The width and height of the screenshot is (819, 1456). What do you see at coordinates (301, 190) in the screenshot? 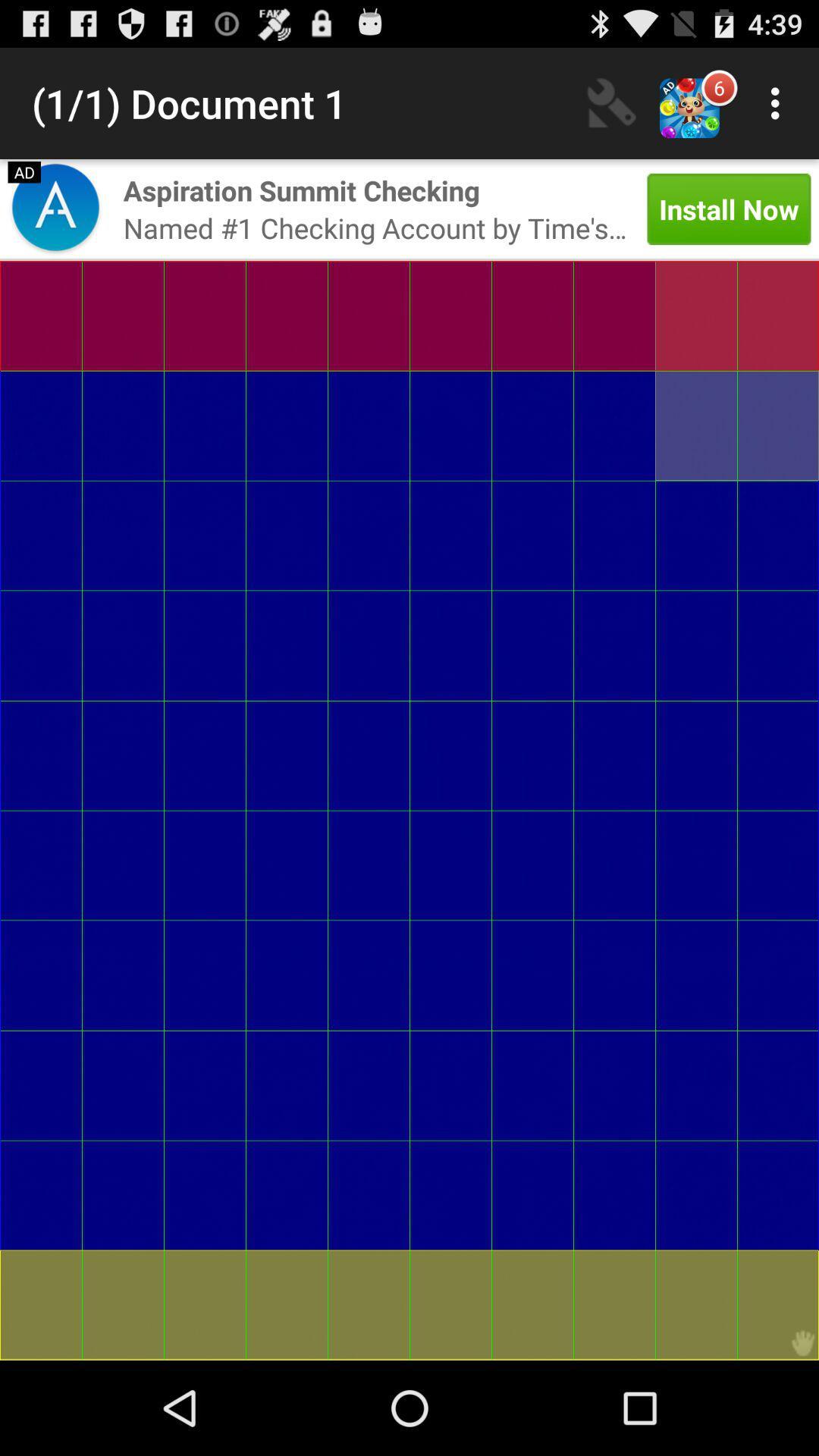
I see `aspiration summit checking` at bounding box center [301, 190].